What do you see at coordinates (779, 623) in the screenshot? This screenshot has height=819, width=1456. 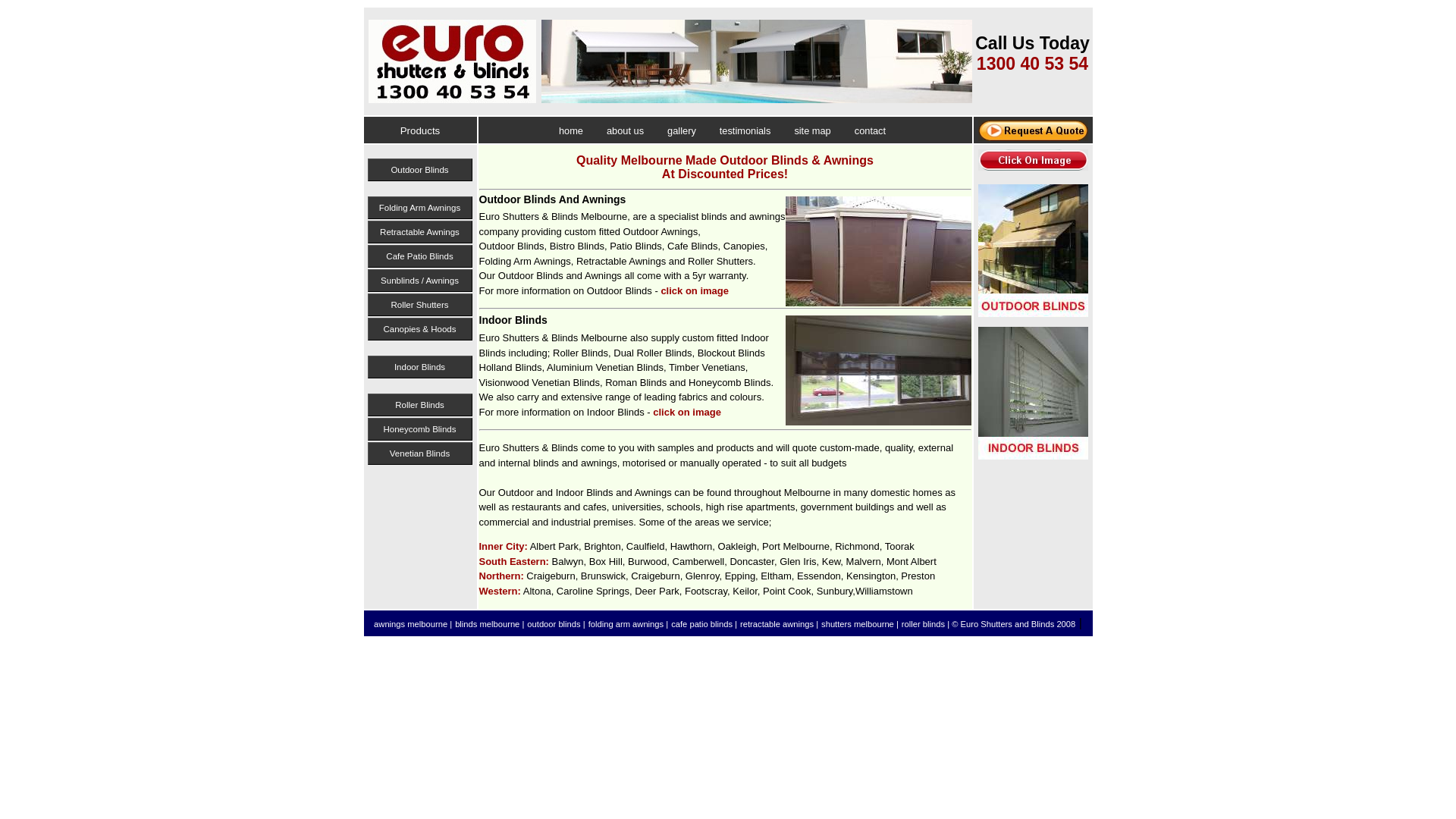 I see `'retractable awnings |'` at bounding box center [779, 623].